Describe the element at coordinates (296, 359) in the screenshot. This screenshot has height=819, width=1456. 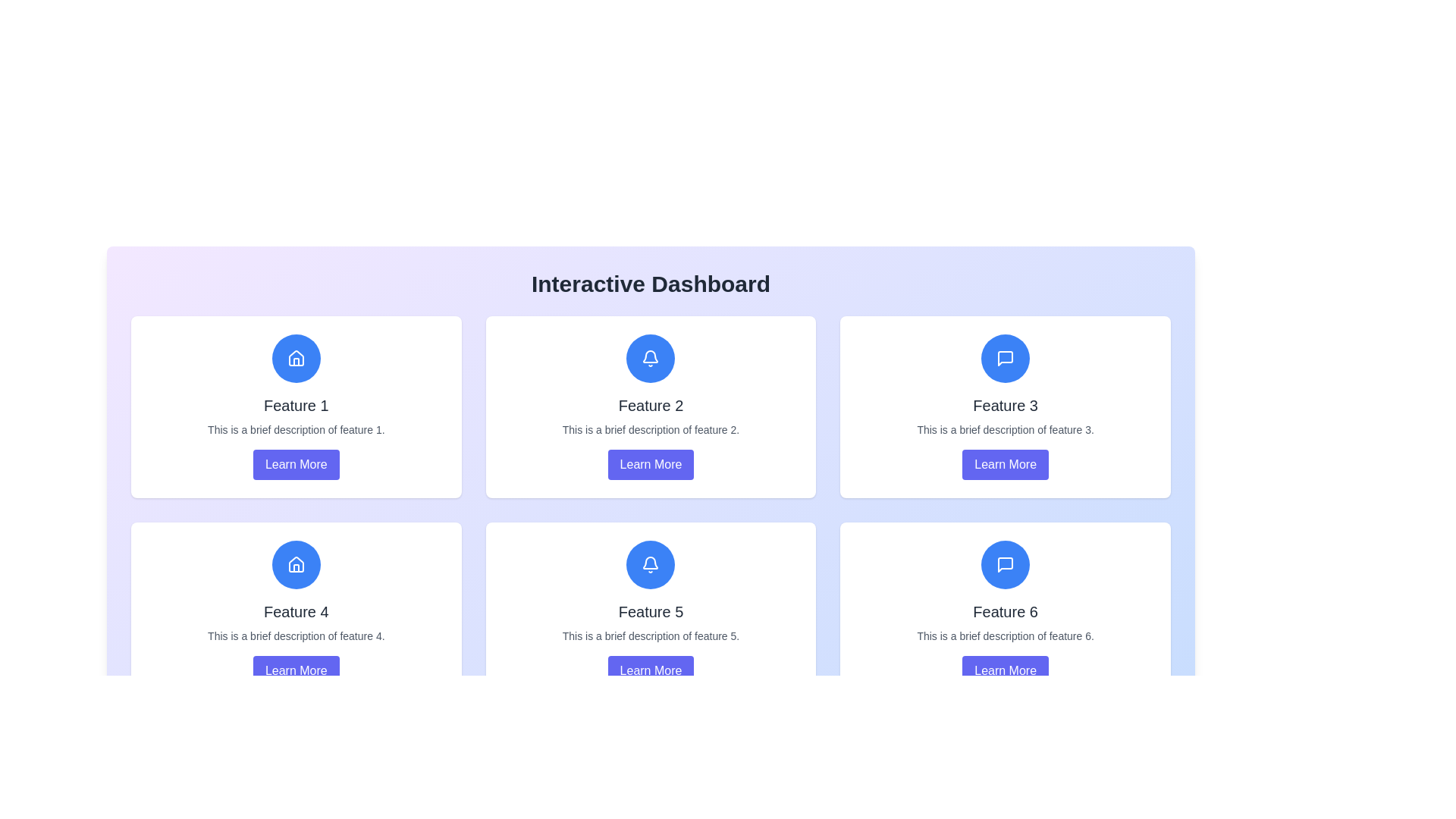
I see `the circular blue icon with a white house outline located at the top-left corner of the 'Feature 1' card` at that location.